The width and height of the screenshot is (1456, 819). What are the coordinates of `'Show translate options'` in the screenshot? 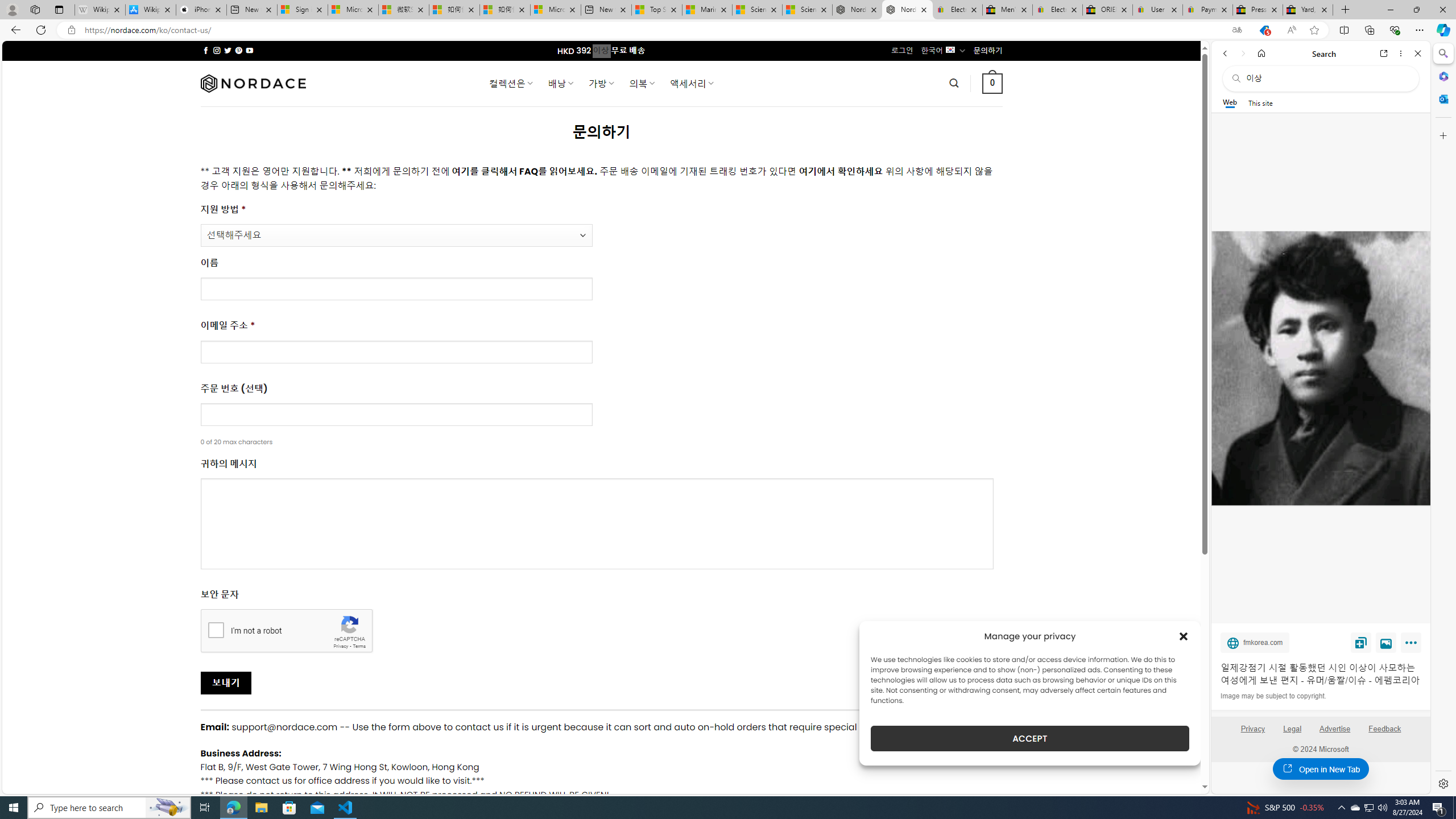 It's located at (1236, 30).